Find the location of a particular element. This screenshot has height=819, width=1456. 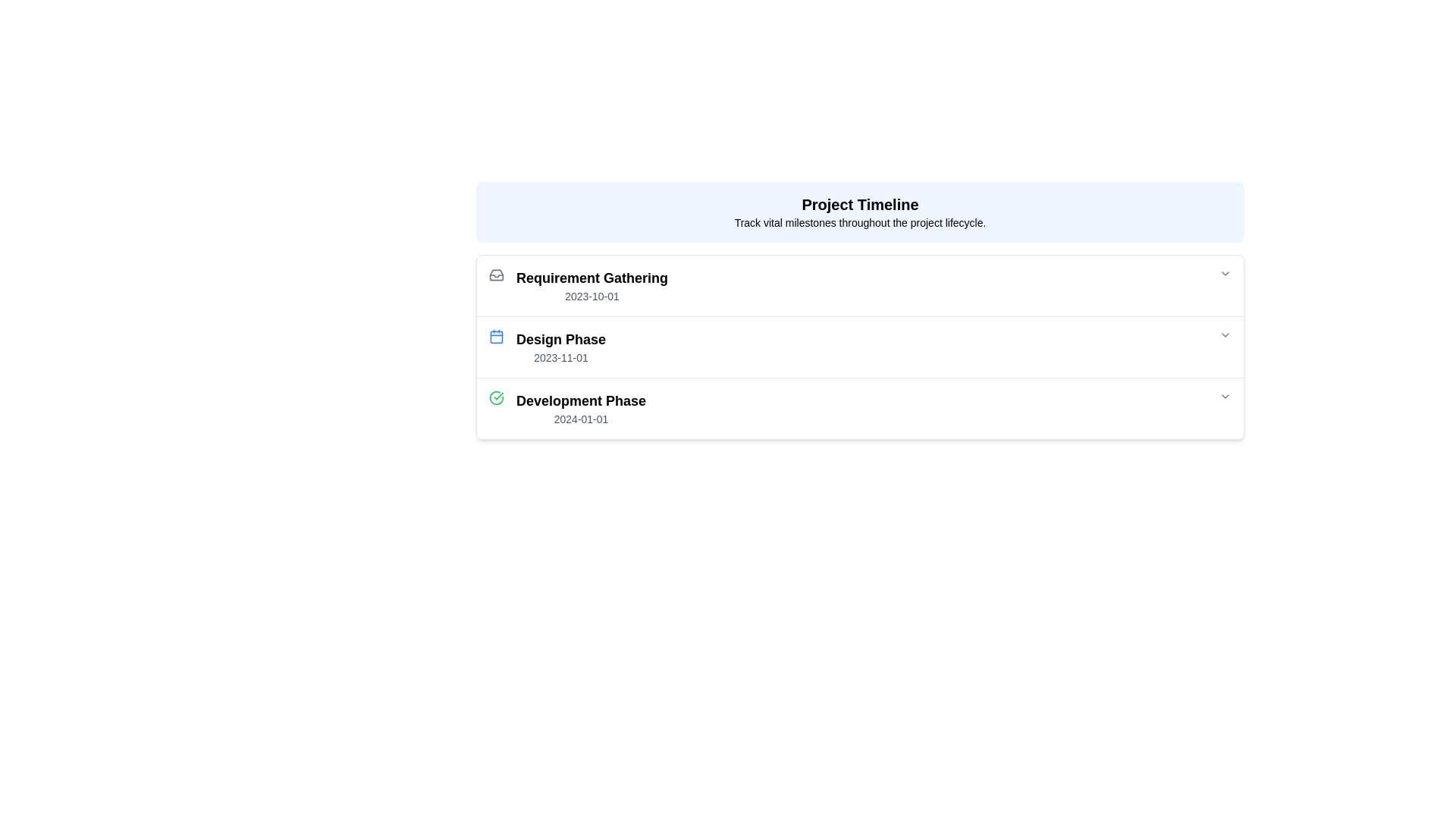

the 'Design Phase' row in the project timeline is located at coordinates (860, 347).